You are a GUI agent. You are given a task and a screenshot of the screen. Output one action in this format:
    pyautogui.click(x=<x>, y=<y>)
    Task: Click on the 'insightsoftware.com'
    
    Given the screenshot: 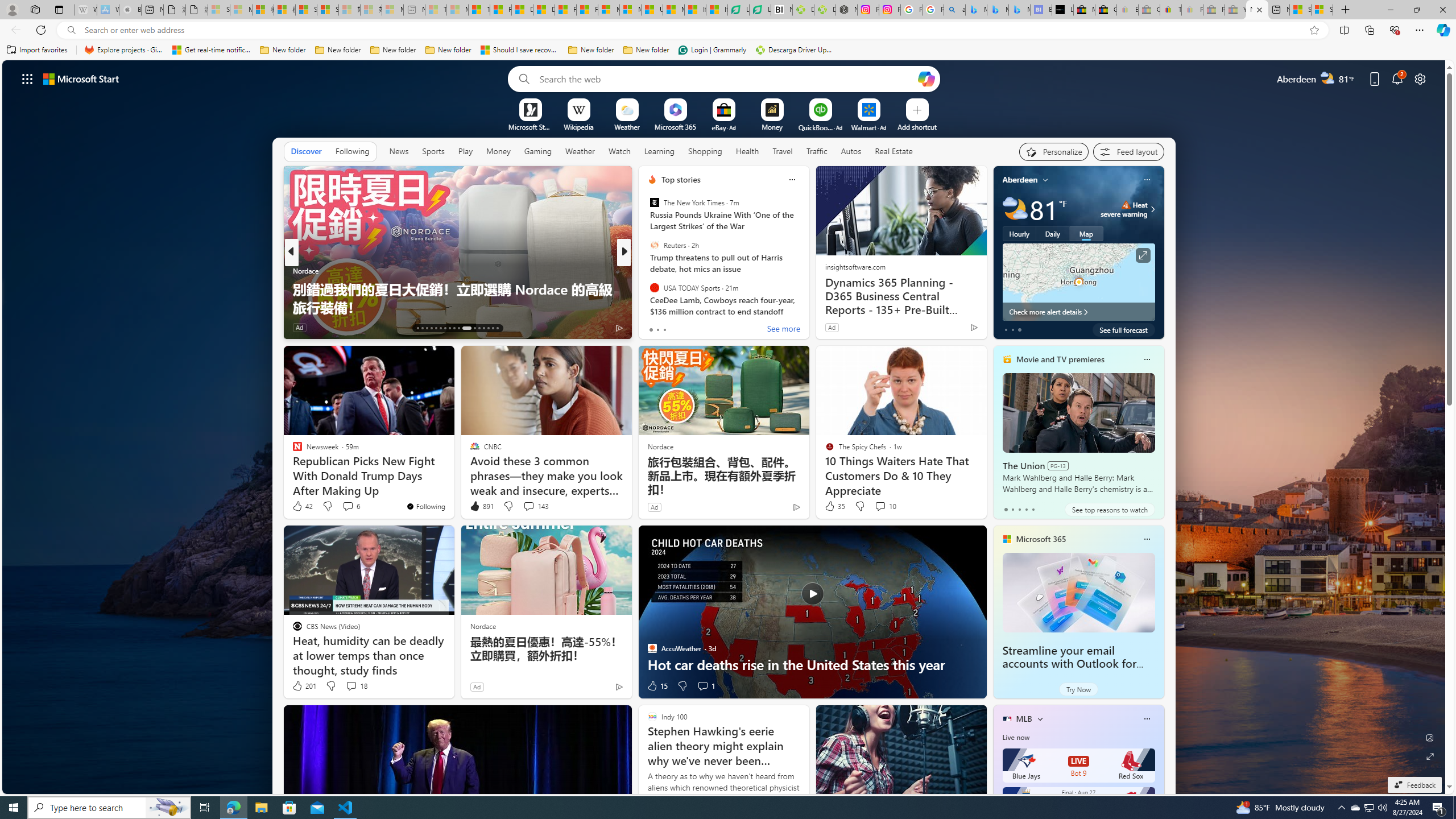 What is the action you would take?
    pyautogui.click(x=854, y=266)
    